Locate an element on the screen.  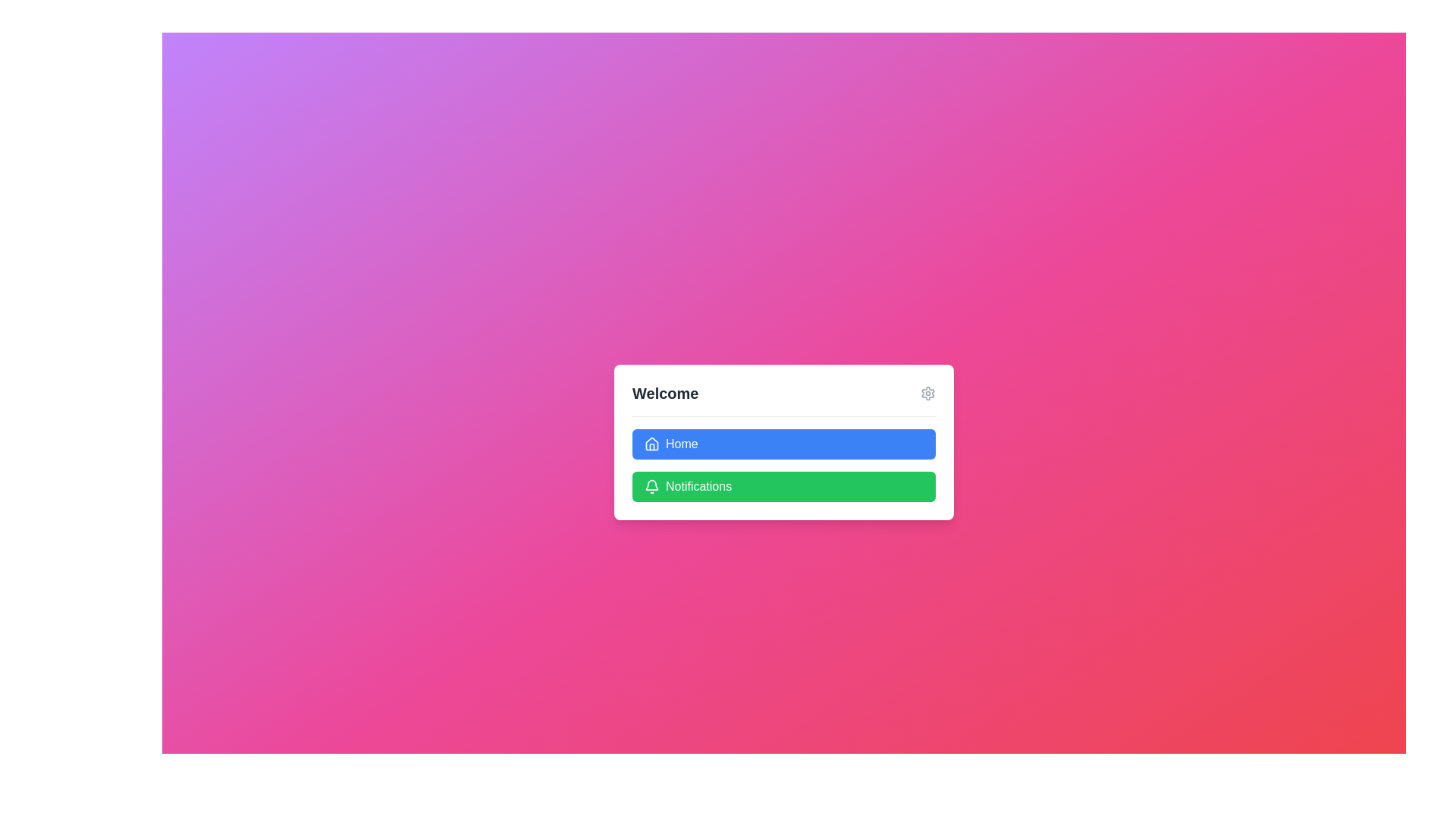
the 'Home' SVG Icon located within the blue rectangle at the top of the navigation options is located at coordinates (651, 444).